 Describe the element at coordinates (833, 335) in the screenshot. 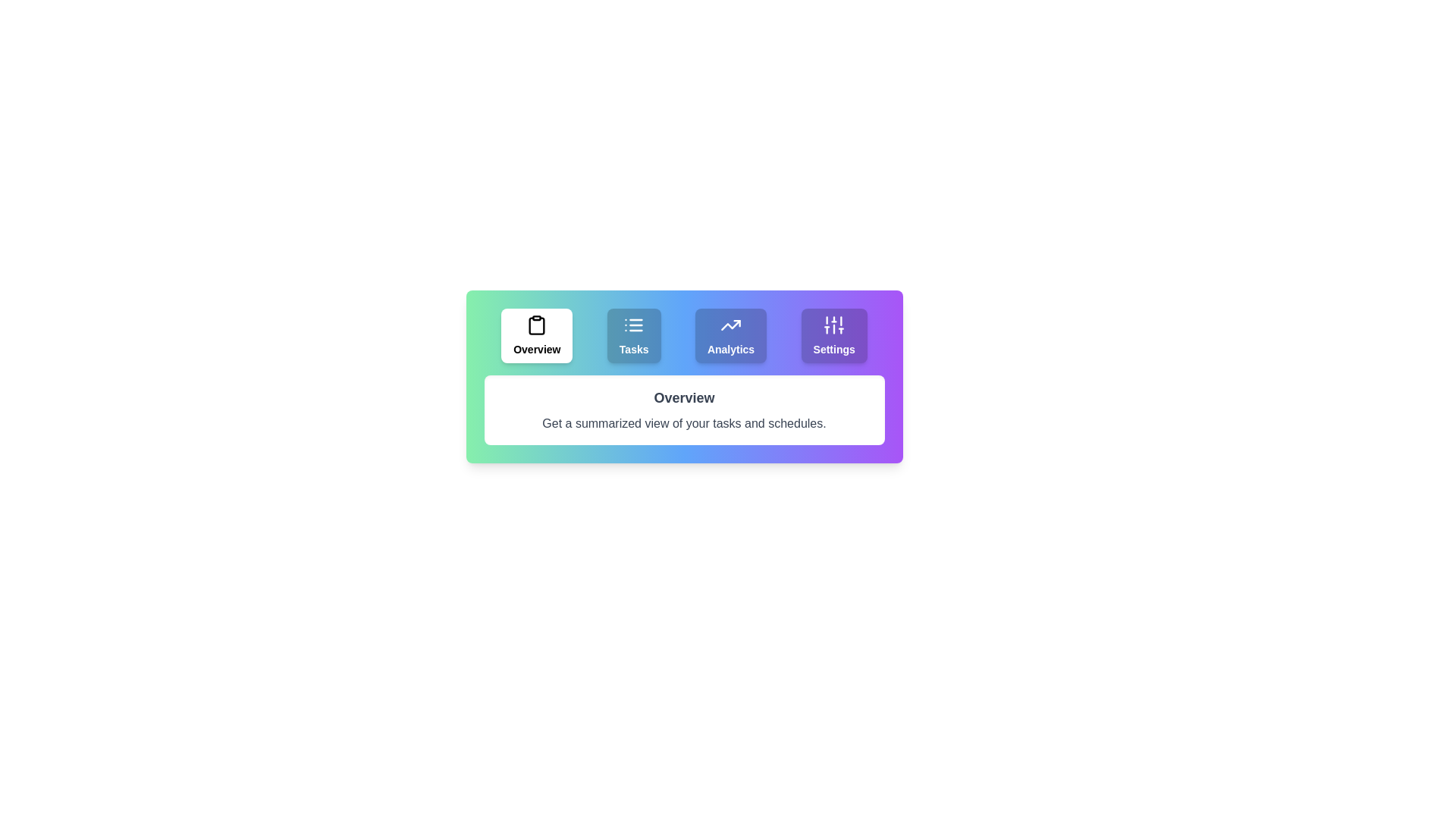

I see `the Settings tab to view its content` at that location.